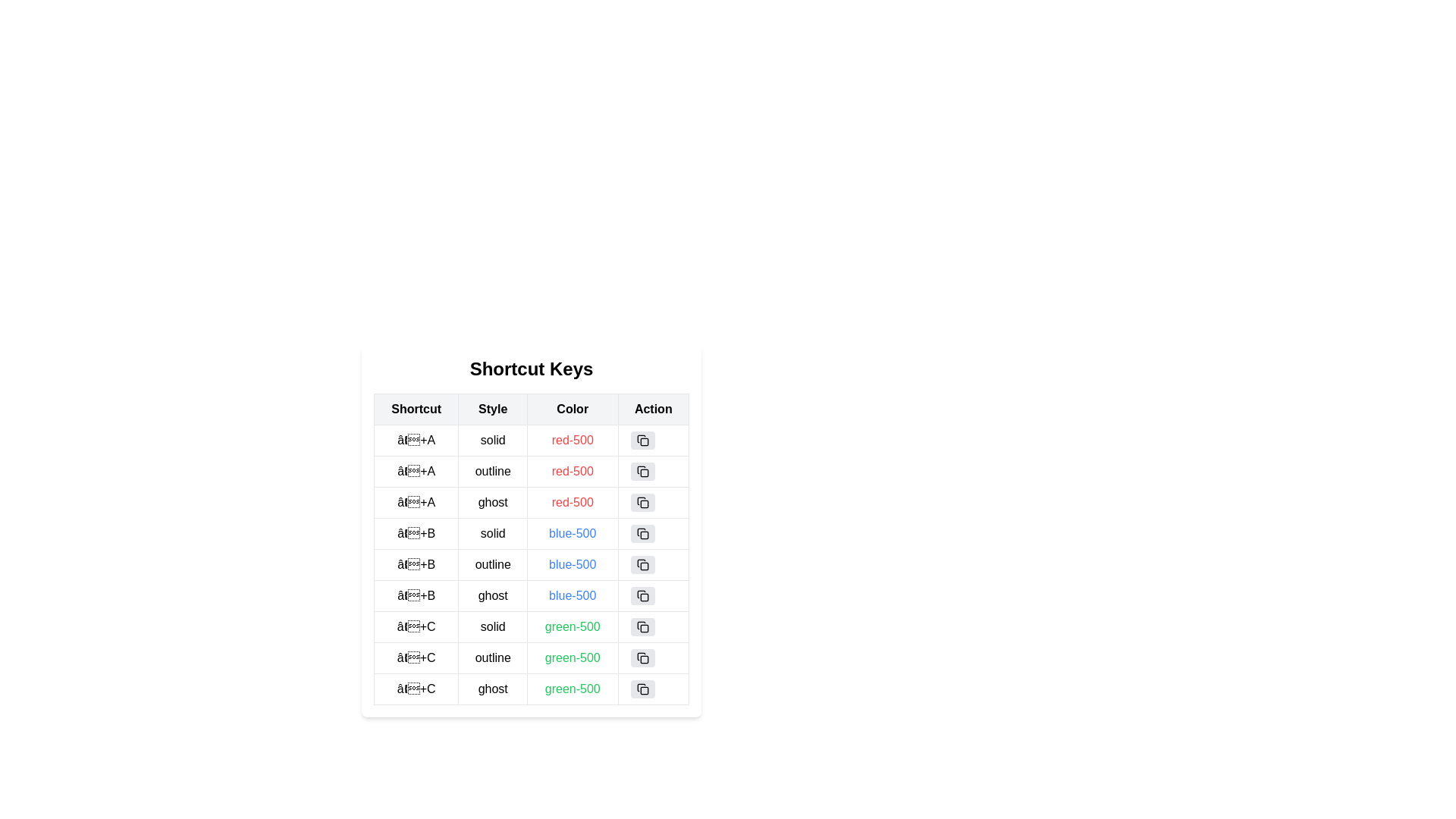  I want to click on the static text label displaying 'outline' in the 'Style' column of the 'Shortcut Keys' table, located in the last group of rows for the shortcut '⌘+C', so click(493, 657).